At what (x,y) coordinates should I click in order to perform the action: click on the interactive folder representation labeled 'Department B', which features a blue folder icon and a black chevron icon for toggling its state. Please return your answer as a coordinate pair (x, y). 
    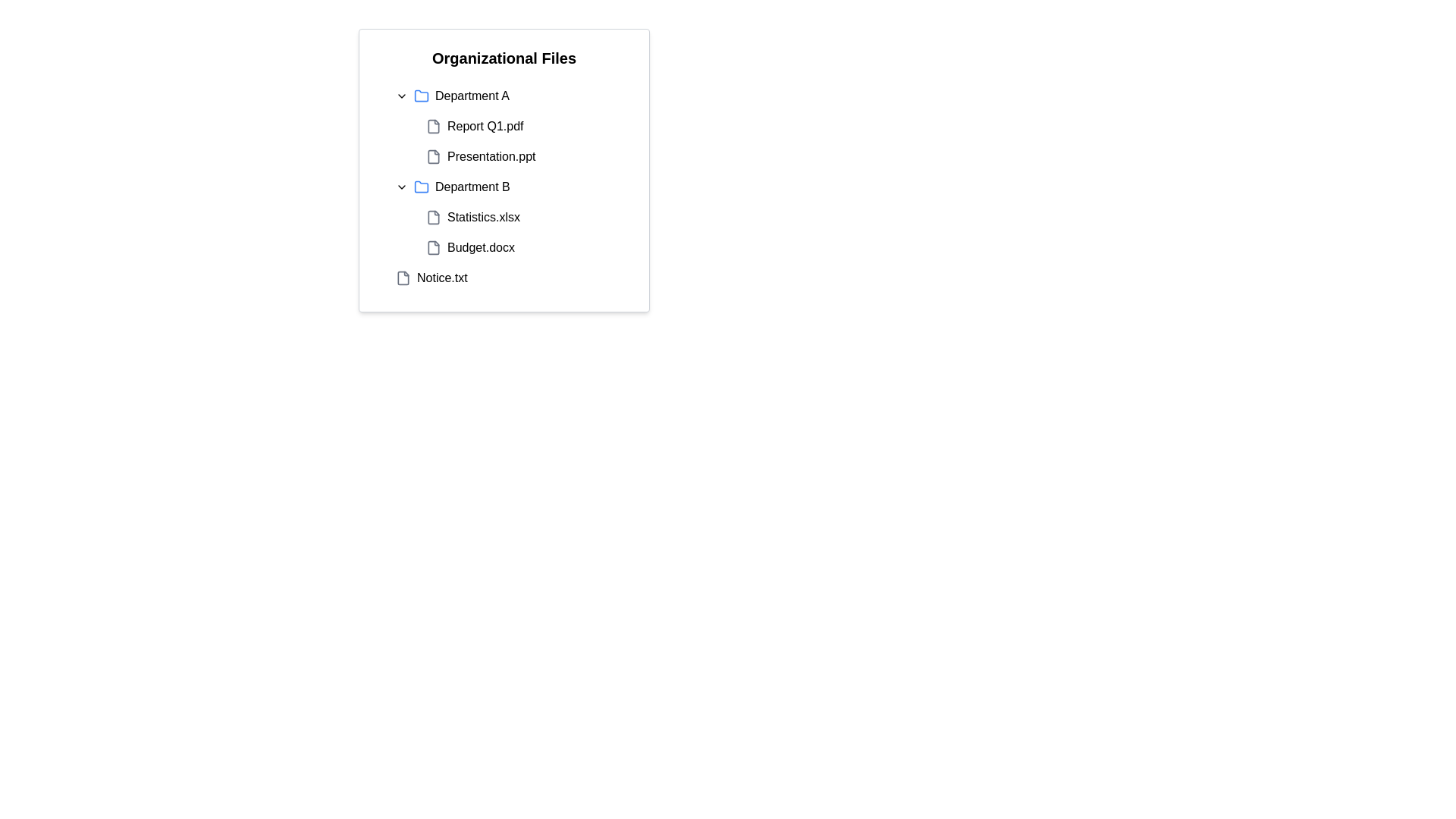
    Looking at the image, I should click on (452, 186).